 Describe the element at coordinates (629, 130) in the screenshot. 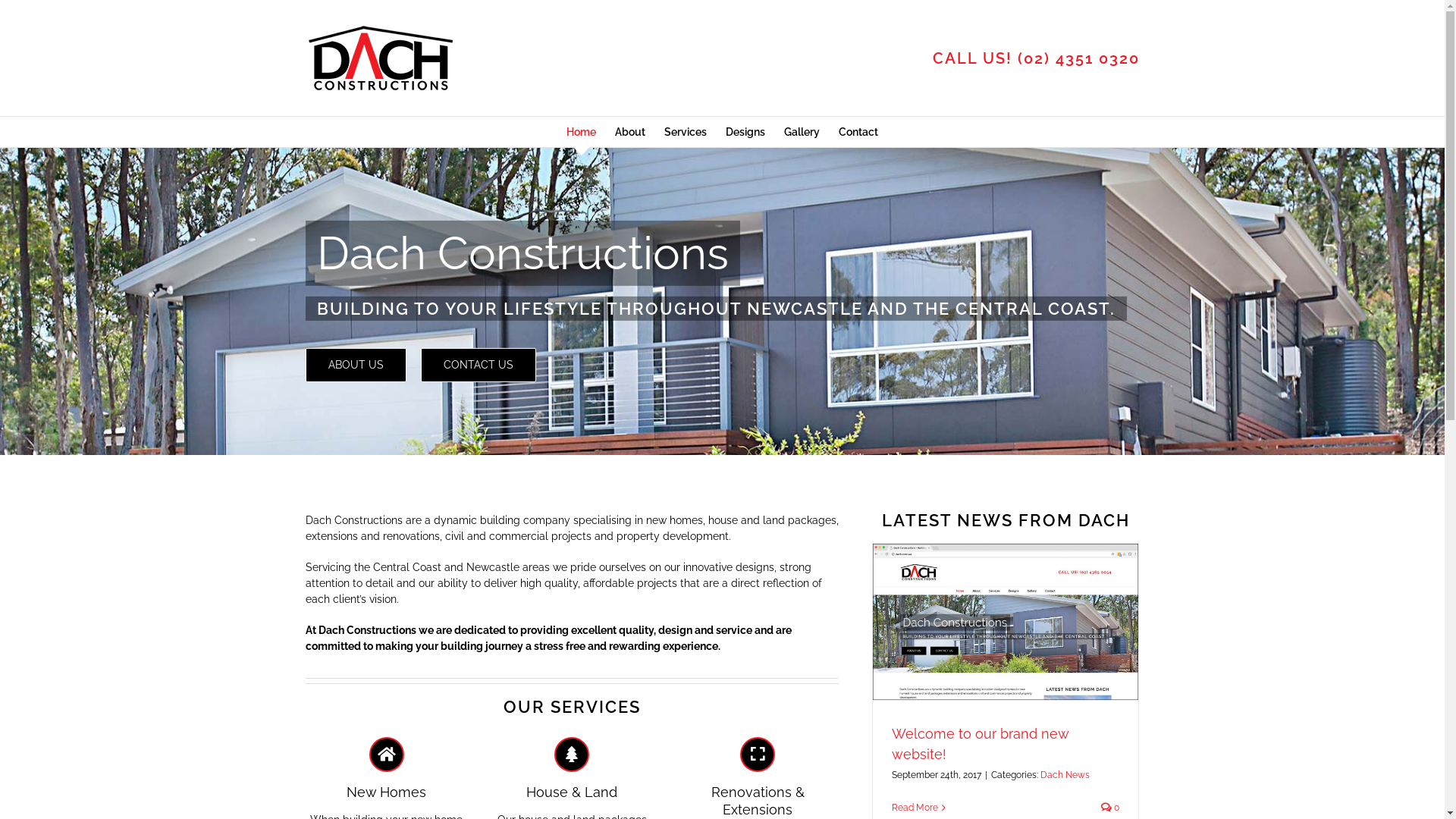

I see `'About'` at that location.